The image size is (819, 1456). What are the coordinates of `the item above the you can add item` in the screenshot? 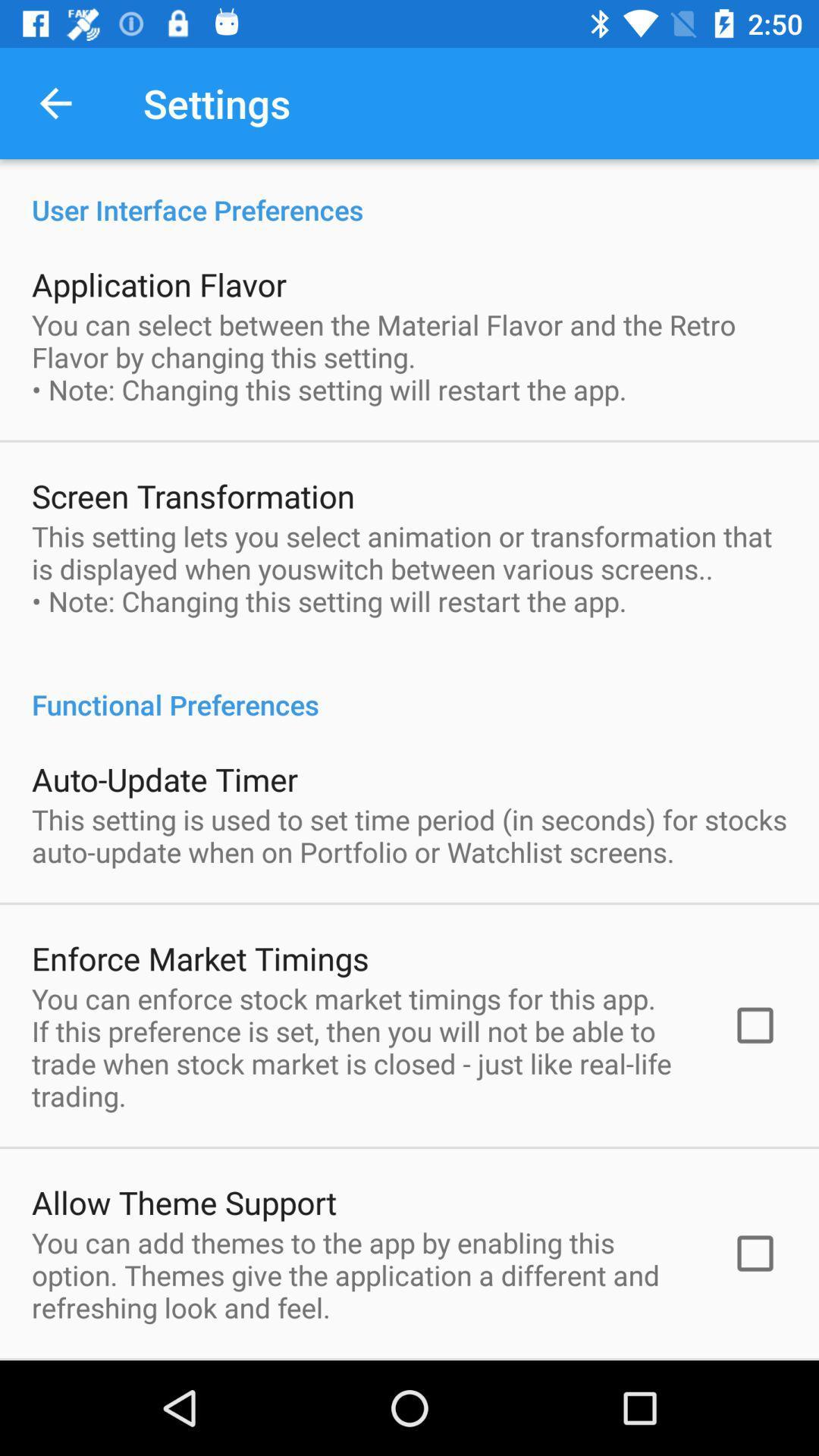 It's located at (184, 1201).